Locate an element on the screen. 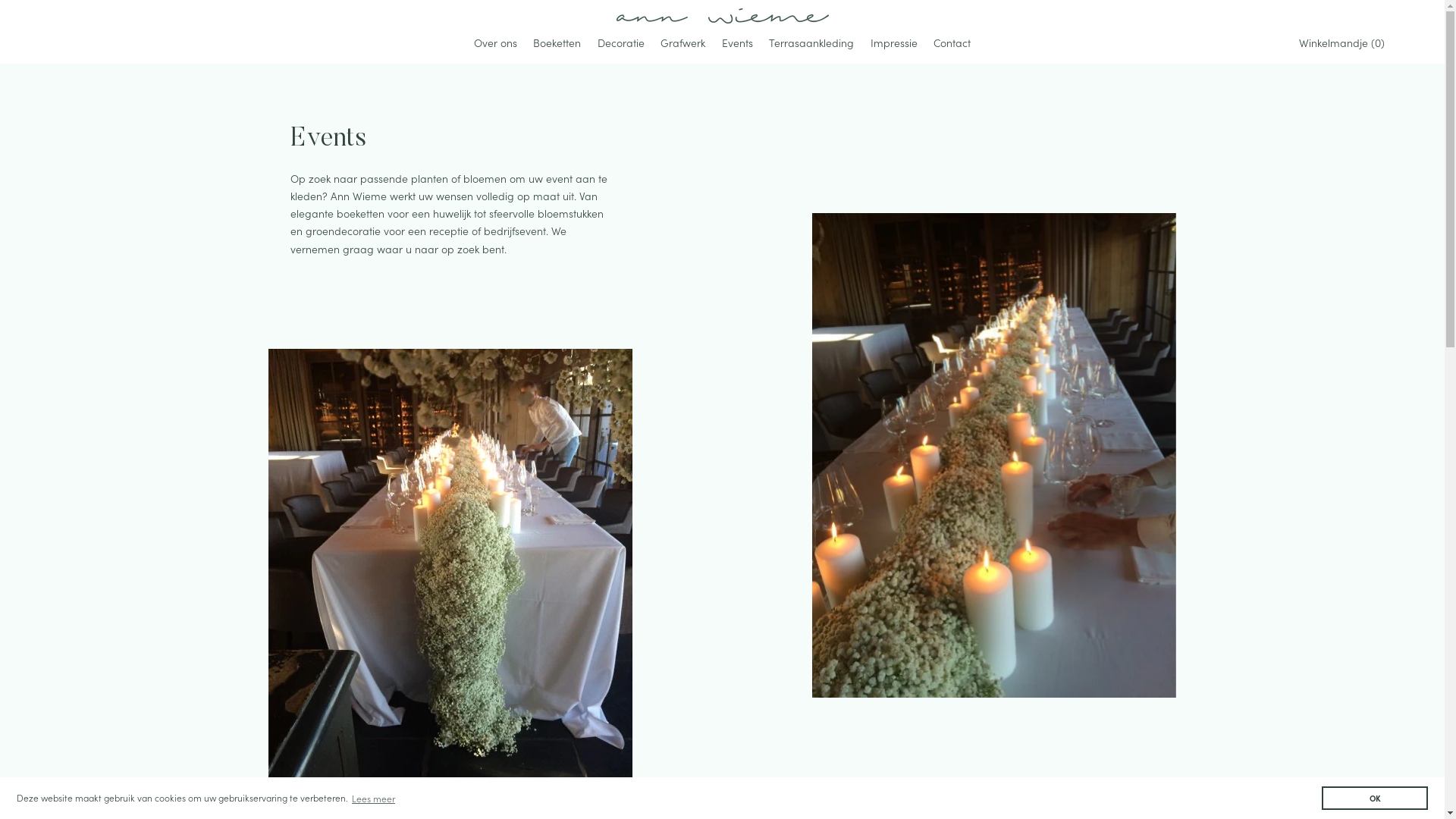  'Decoratie' is located at coordinates (621, 43).